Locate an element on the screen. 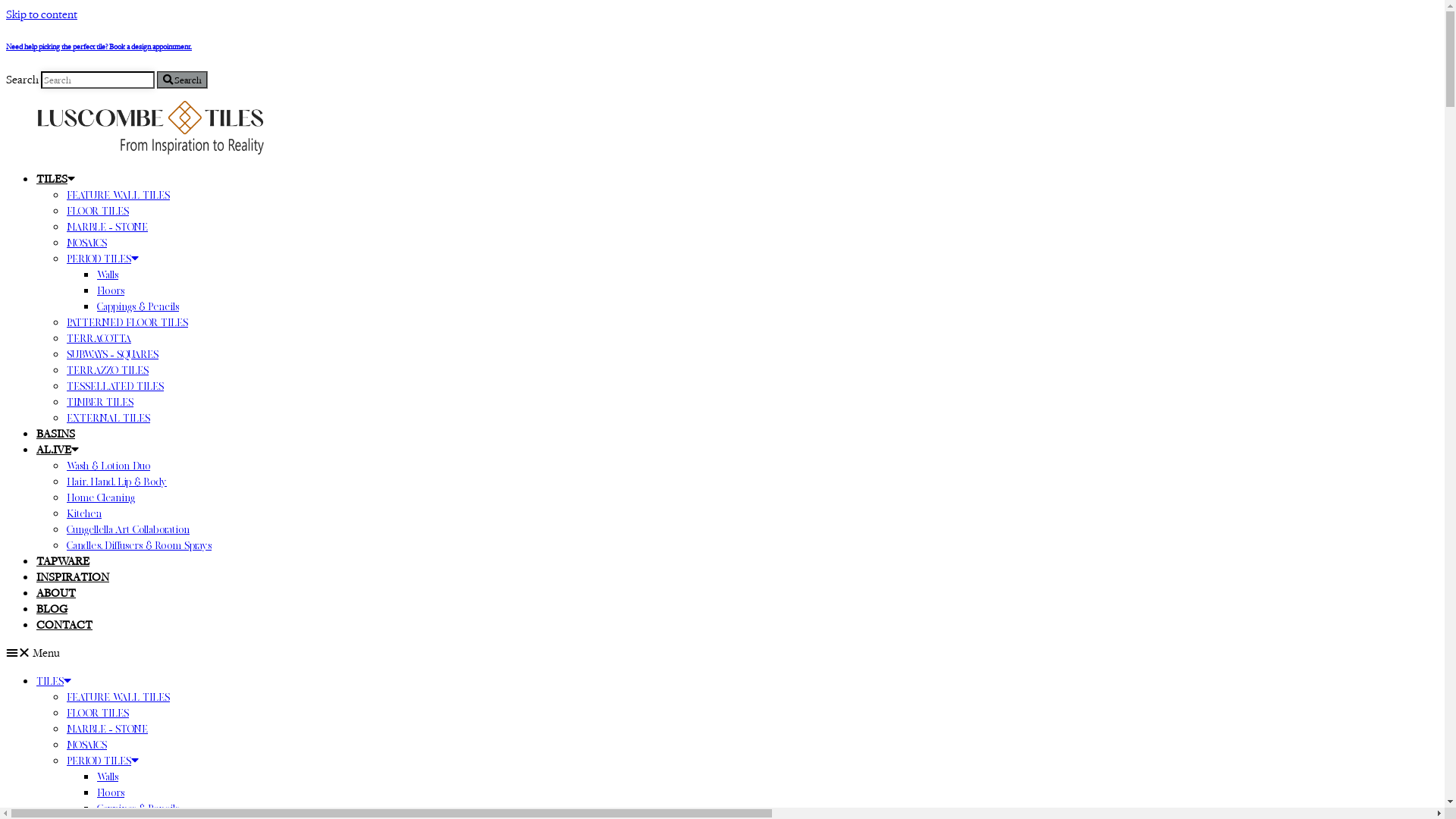  'EXTERNAL TILES' is located at coordinates (65, 418).